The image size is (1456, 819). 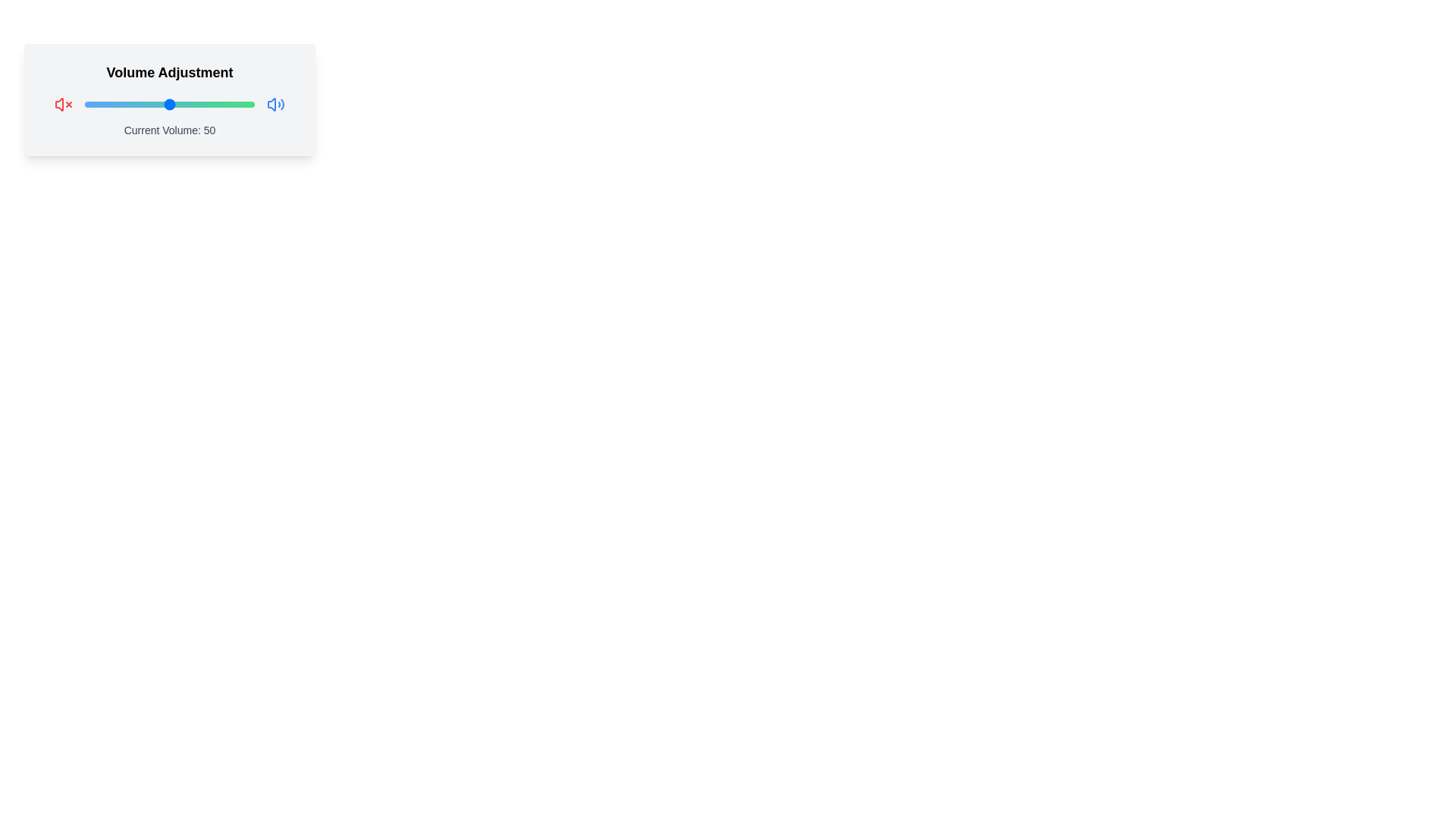 I want to click on the slider to observe hover effects, so click(x=170, y=104).